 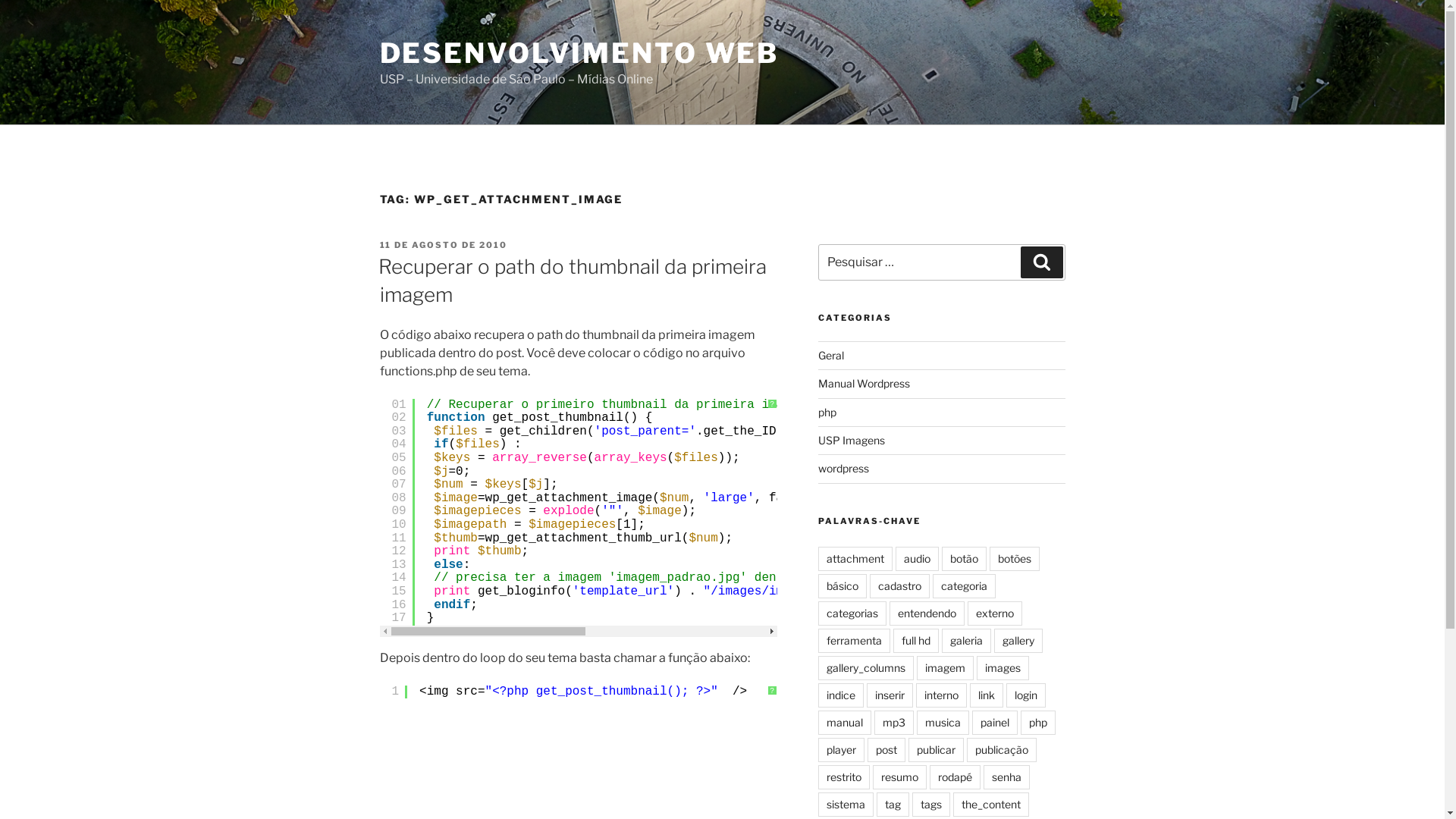 What do you see at coordinates (852, 613) in the screenshot?
I see `'categorias'` at bounding box center [852, 613].